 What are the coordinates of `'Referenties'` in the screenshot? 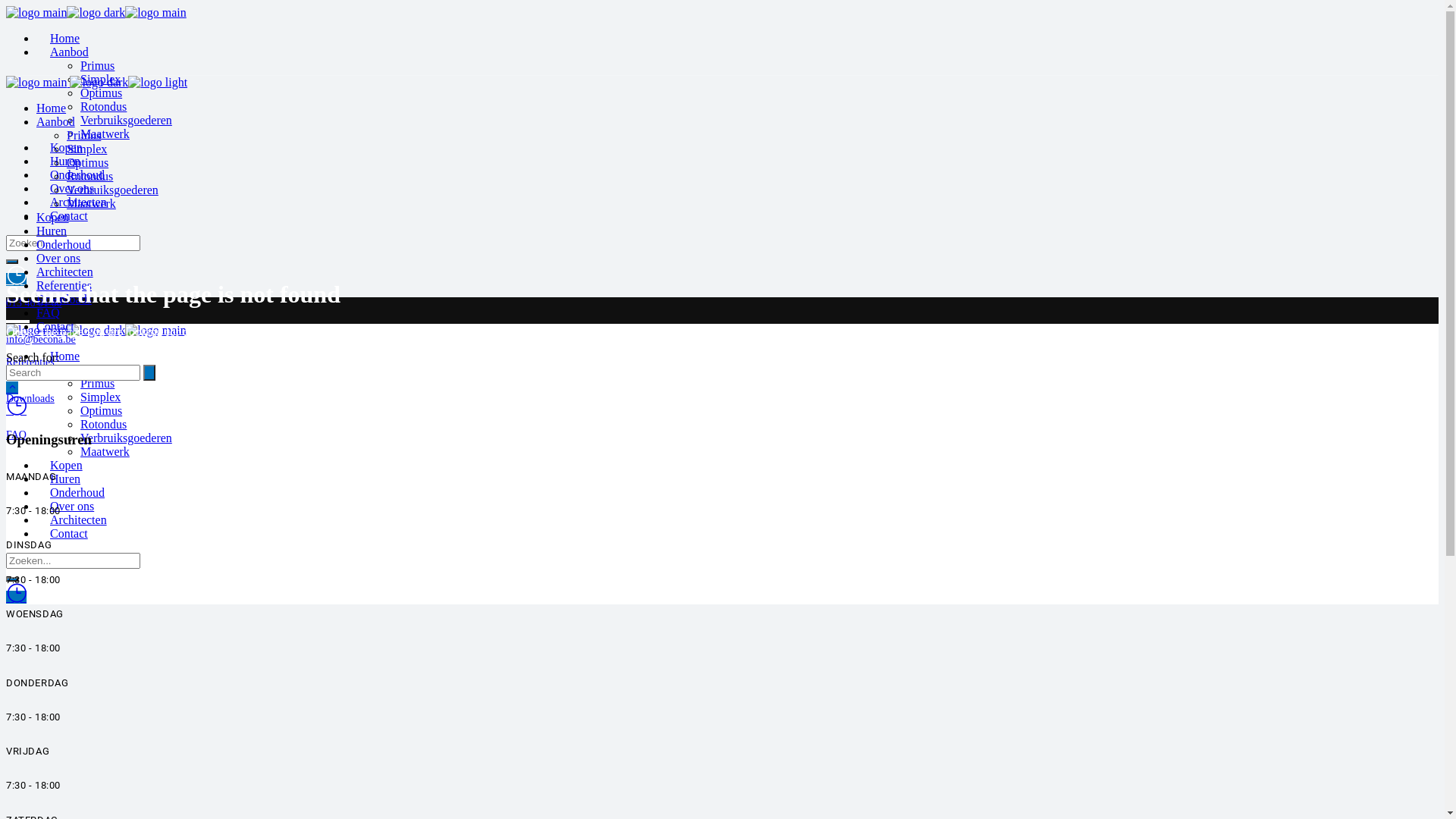 It's located at (36, 285).